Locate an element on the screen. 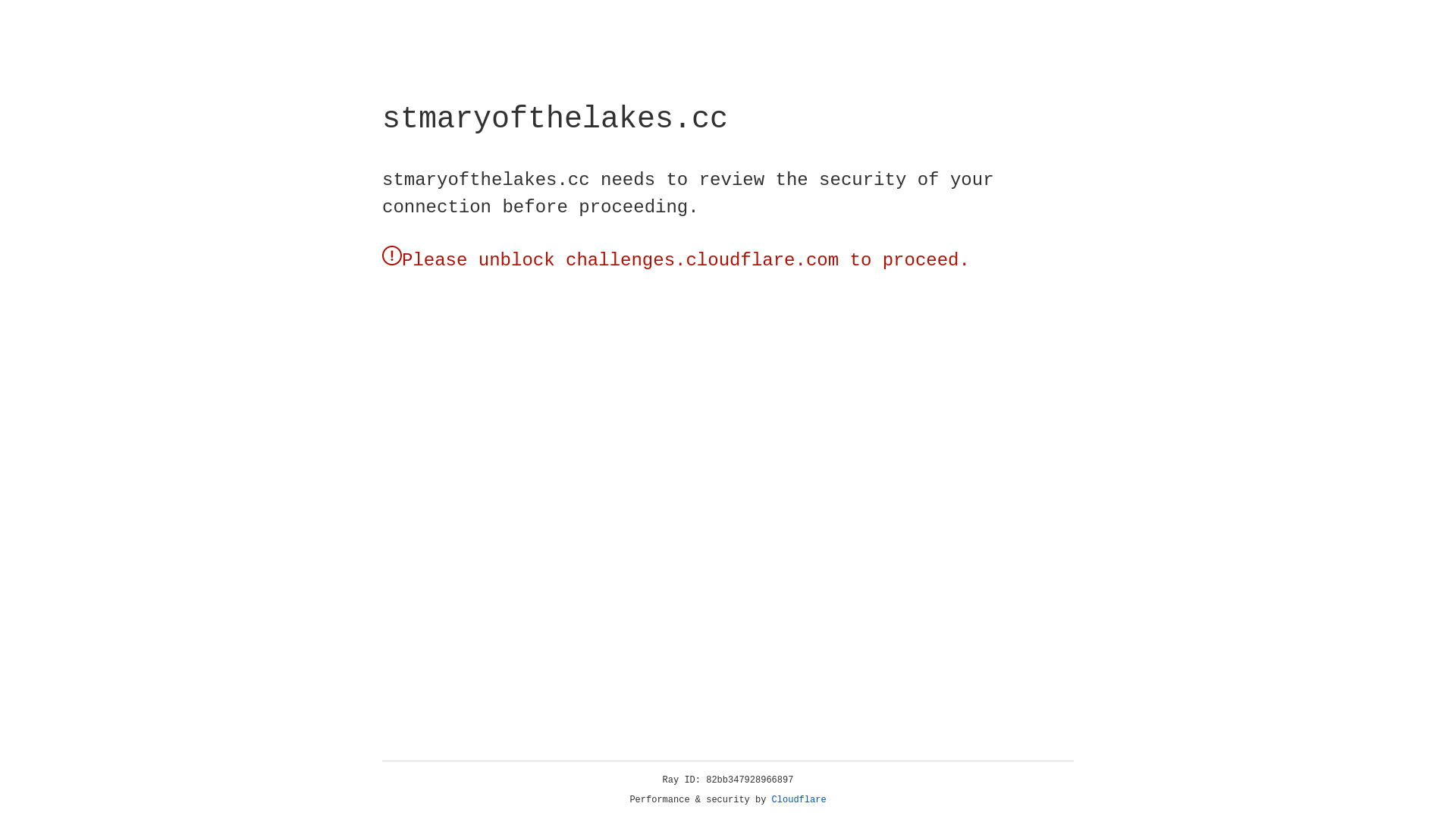 Image resolution: width=1456 pixels, height=819 pixels. 'Cloudflare' is located at coordinates (799, 799).